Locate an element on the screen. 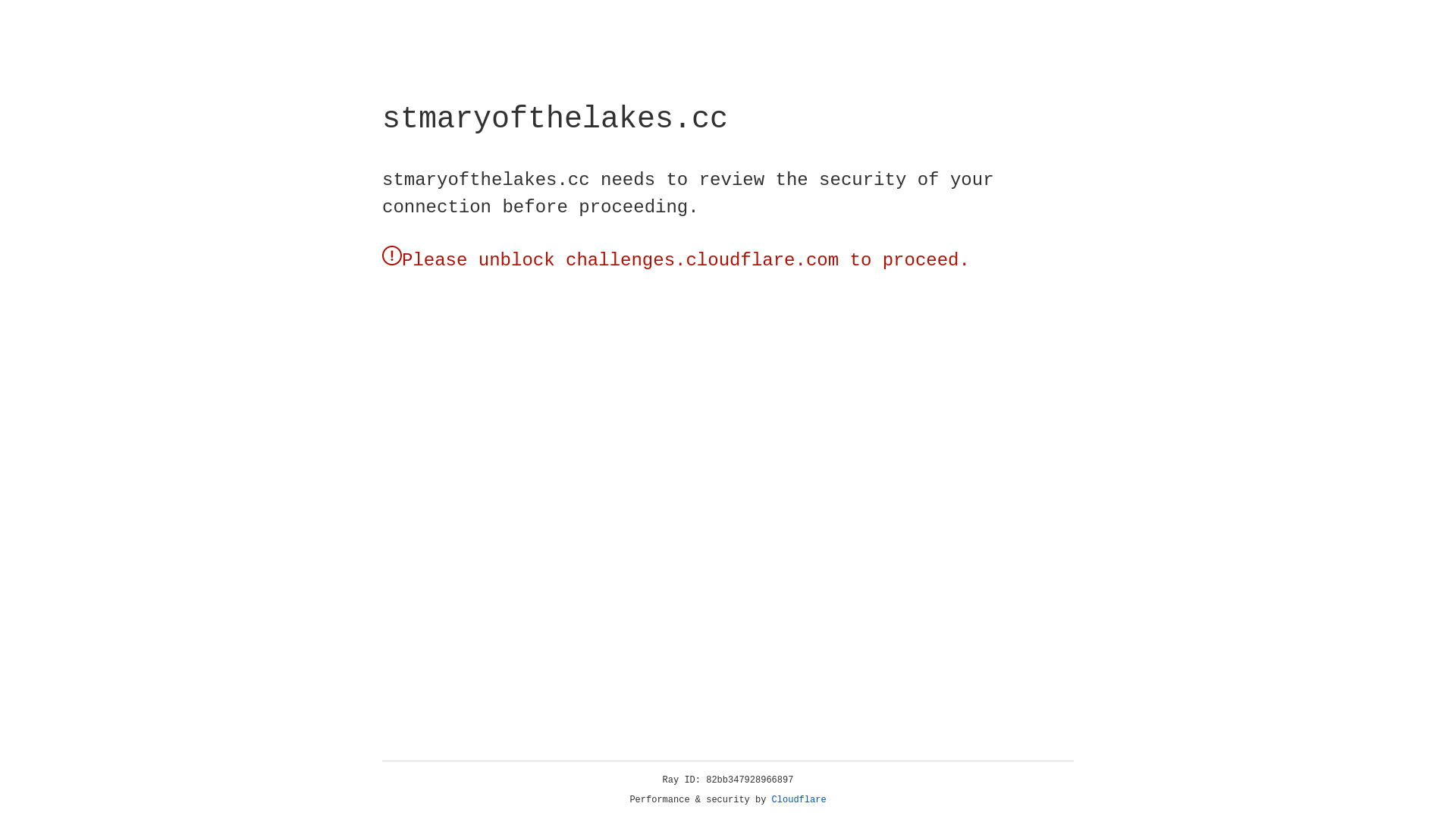 Image resolution: width=1456 pixels, height=819 pixels. 'Cloudflare' is located at coordinates (799, 799).